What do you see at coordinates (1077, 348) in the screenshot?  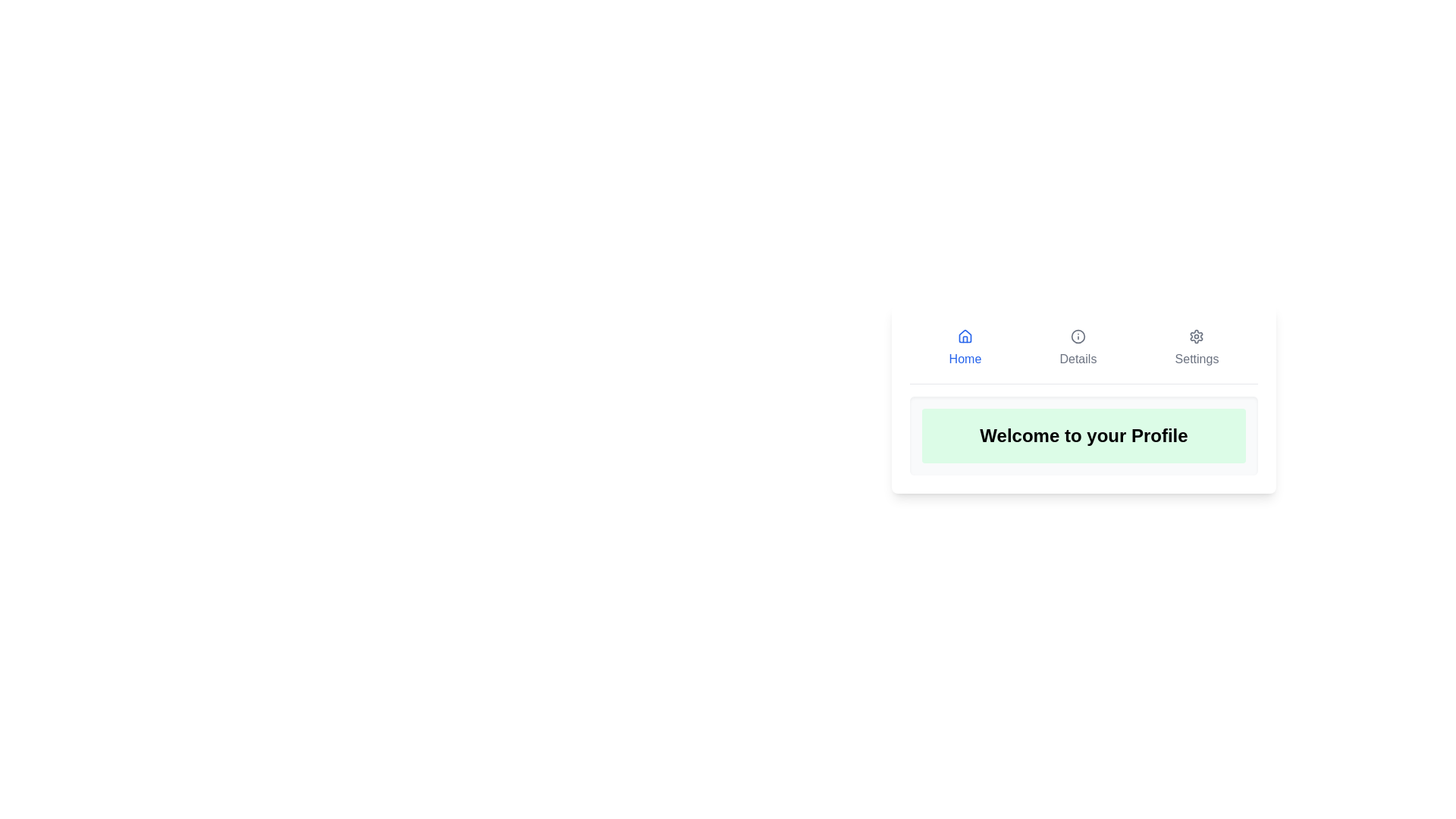 I see `the Details tab` at bounding box center [1077, 348].